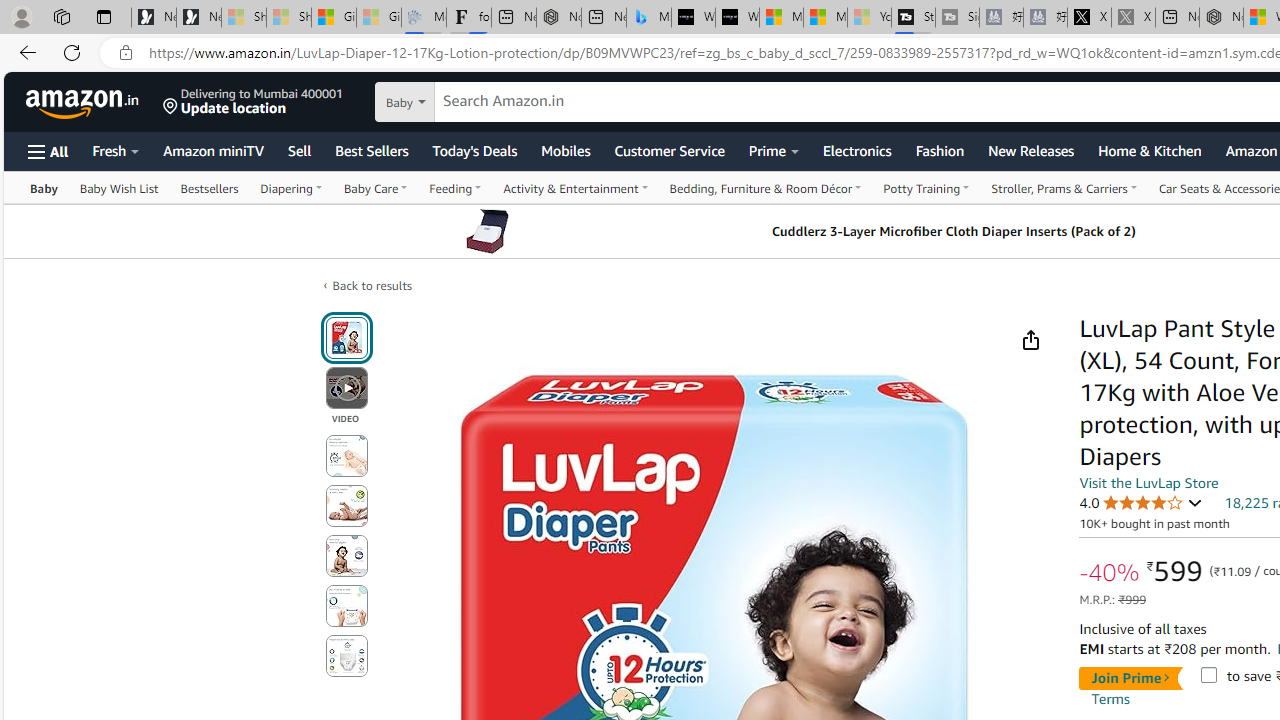  I want to click on 'Microsoft Start Sports', so click(780, 17).